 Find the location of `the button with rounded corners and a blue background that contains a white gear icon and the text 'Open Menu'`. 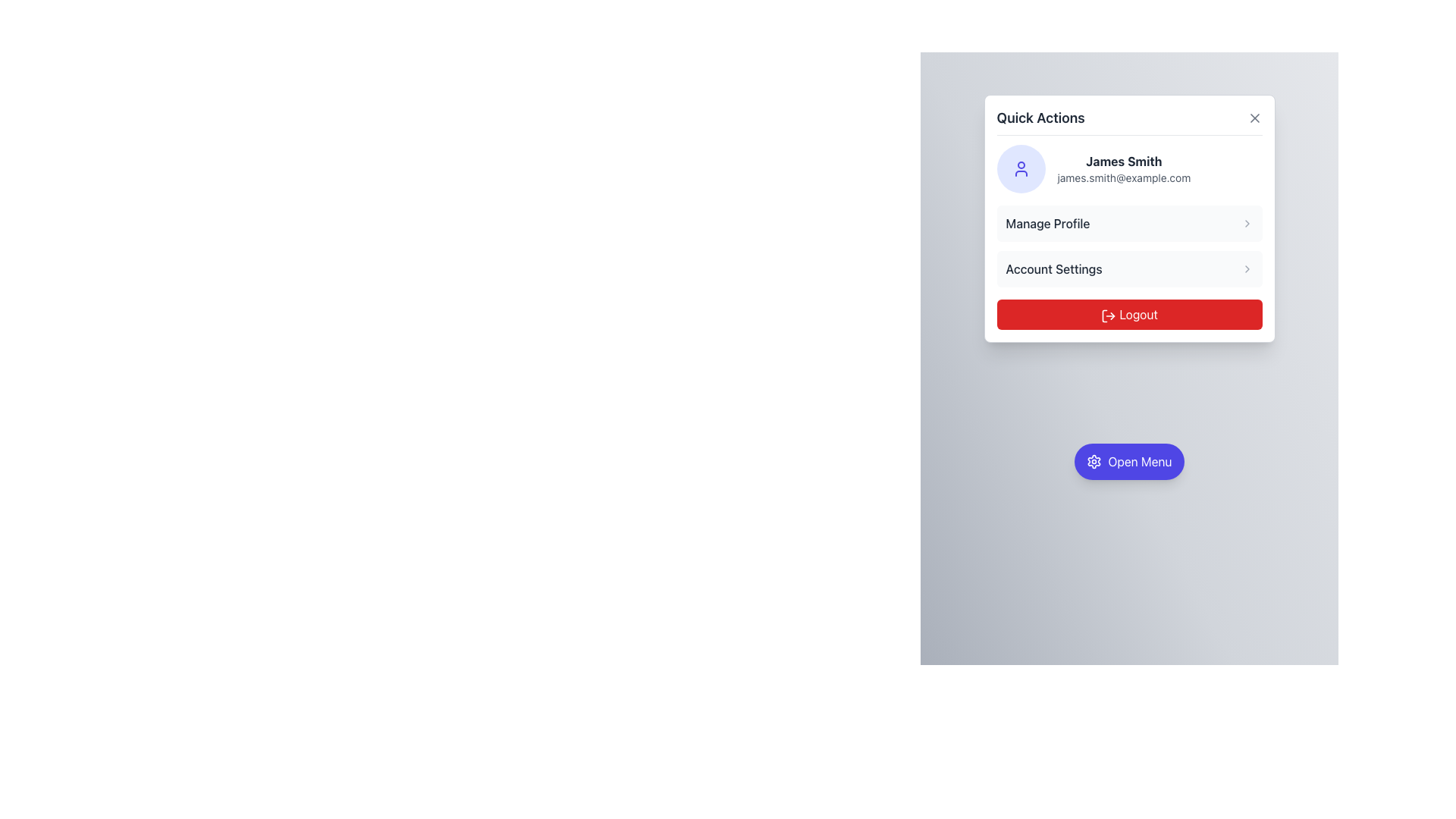

the button with rounded corners and a blue background that contains a white gear icon and the text 'Open Menu' is located at coordinates (1129, 461).